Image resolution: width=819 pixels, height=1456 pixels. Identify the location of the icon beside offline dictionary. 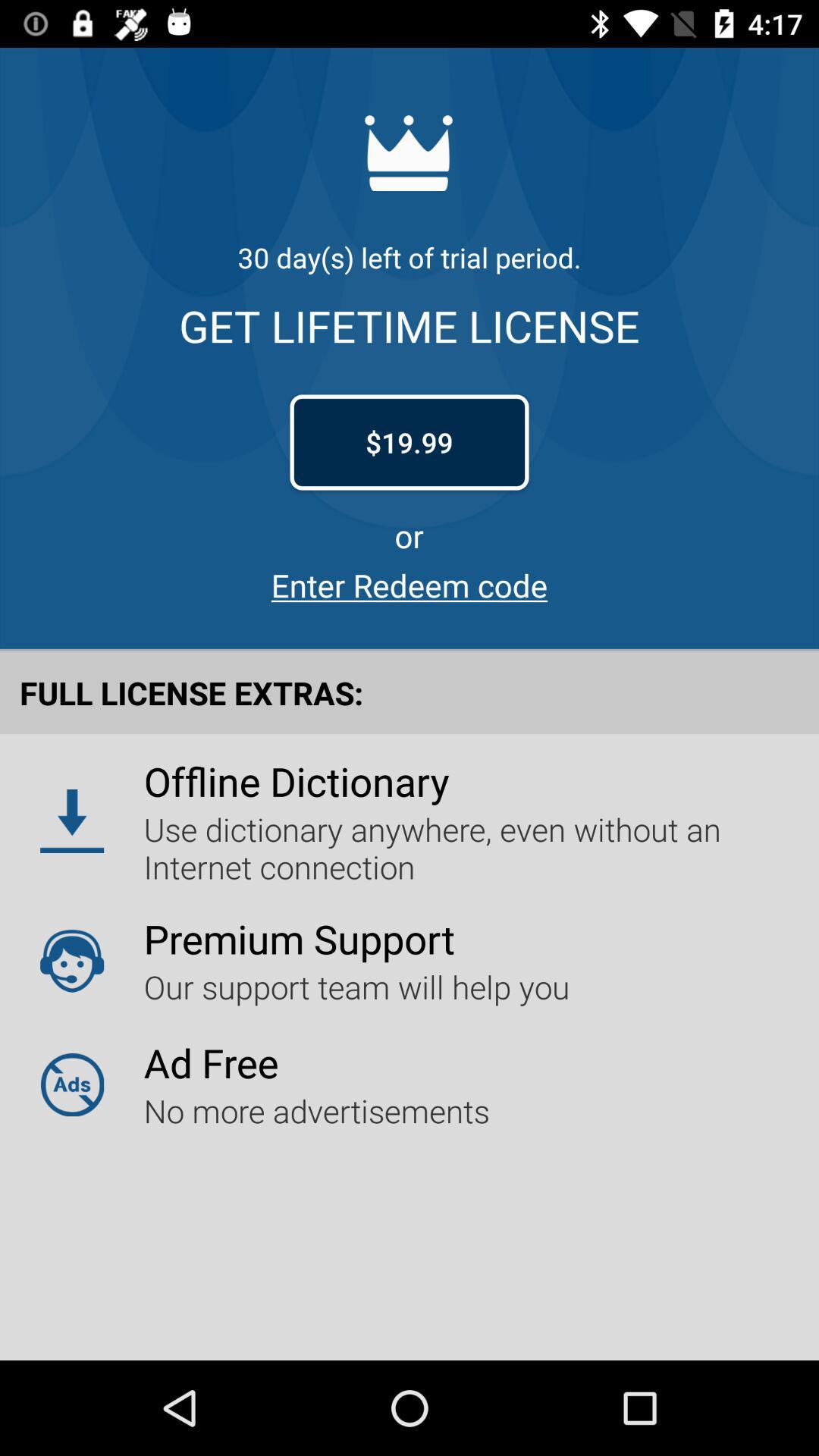
(72, 821).